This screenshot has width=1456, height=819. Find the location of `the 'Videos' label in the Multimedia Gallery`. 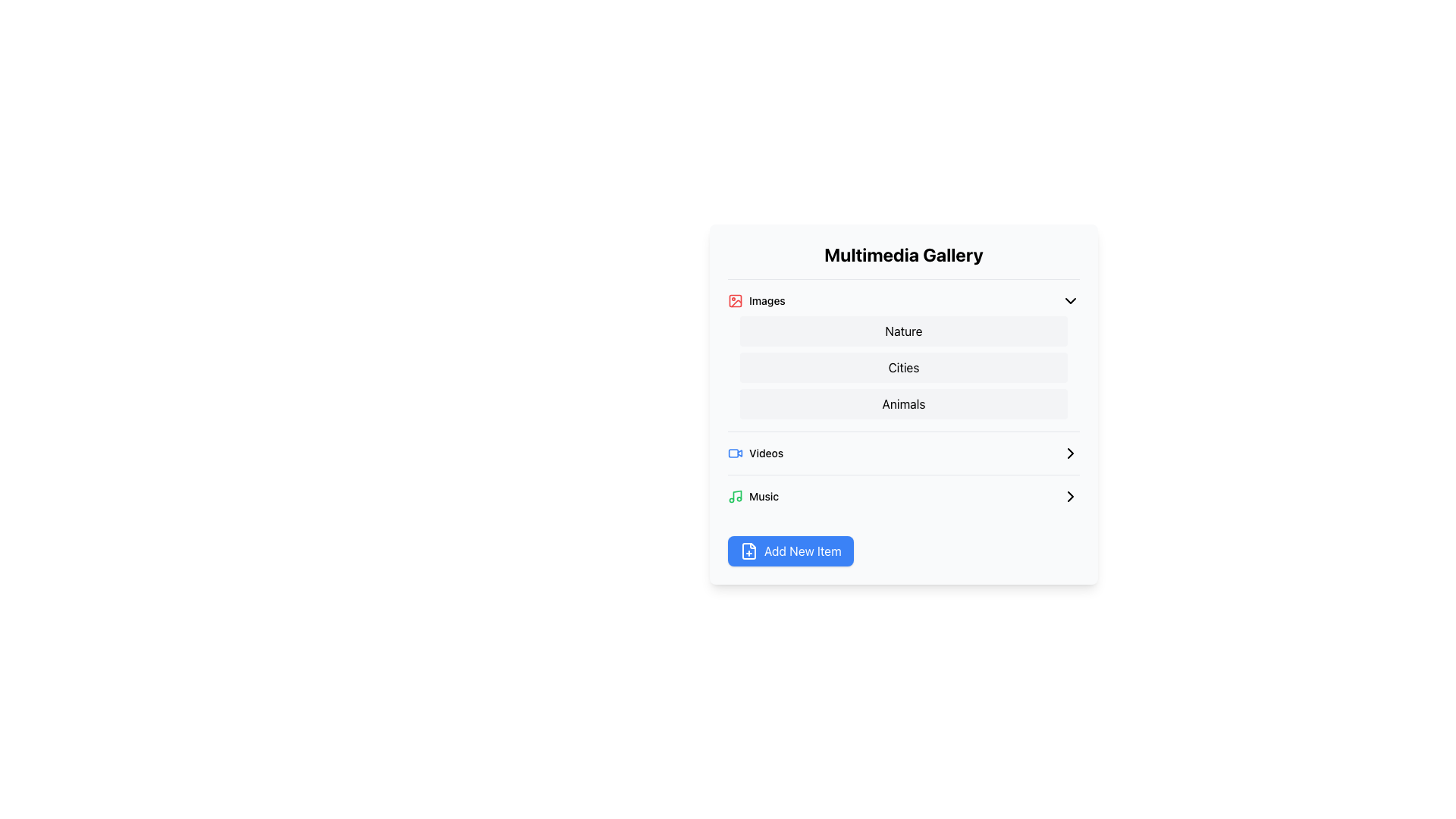

the 'Videos' label in the Multimedia Gallery is located at coordinates (755, 452).